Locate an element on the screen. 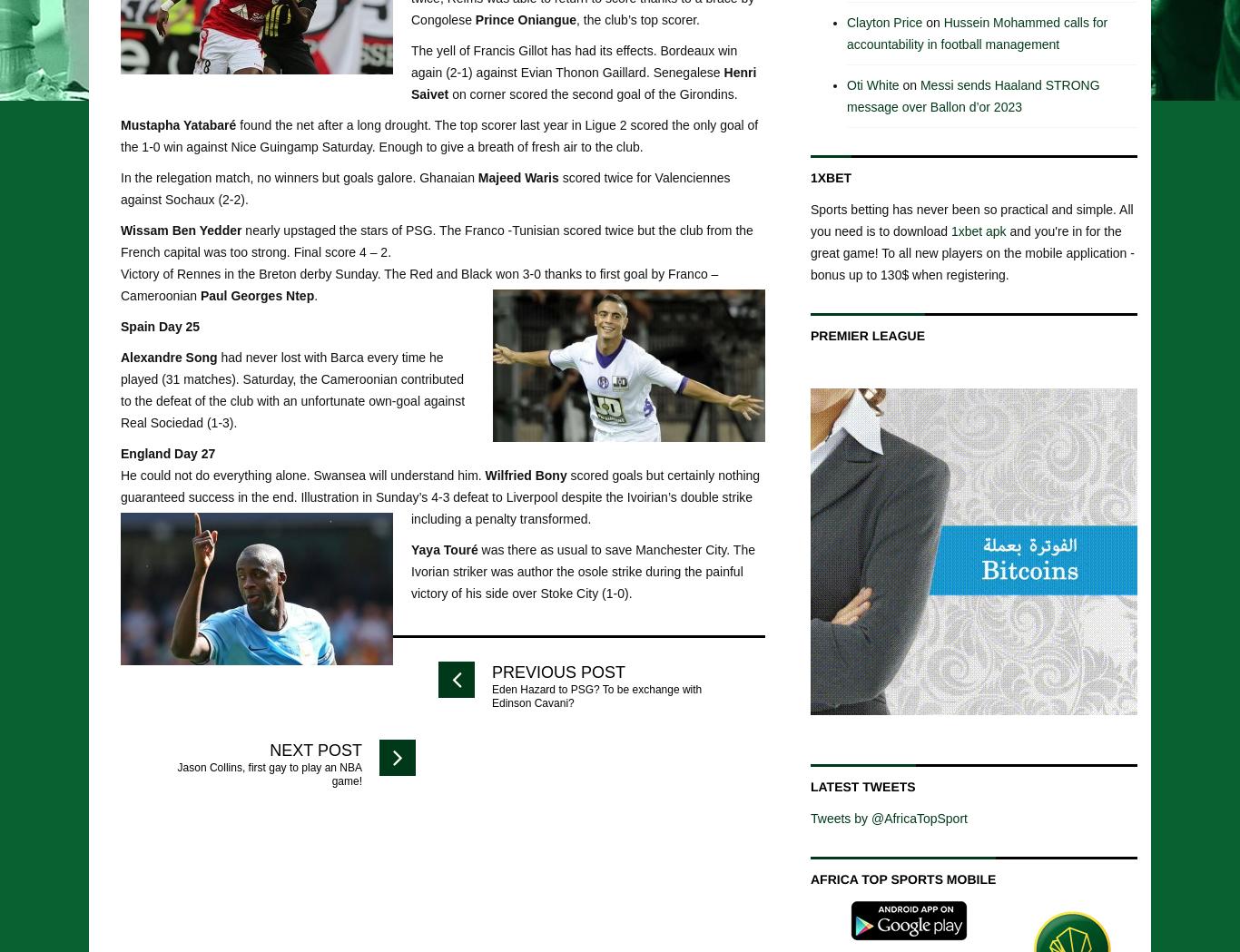 The width and height of the screenshot is (1240, 952). 'Jason Collins, first gay to play an NBA game!' is located at coordinates (269, 773).